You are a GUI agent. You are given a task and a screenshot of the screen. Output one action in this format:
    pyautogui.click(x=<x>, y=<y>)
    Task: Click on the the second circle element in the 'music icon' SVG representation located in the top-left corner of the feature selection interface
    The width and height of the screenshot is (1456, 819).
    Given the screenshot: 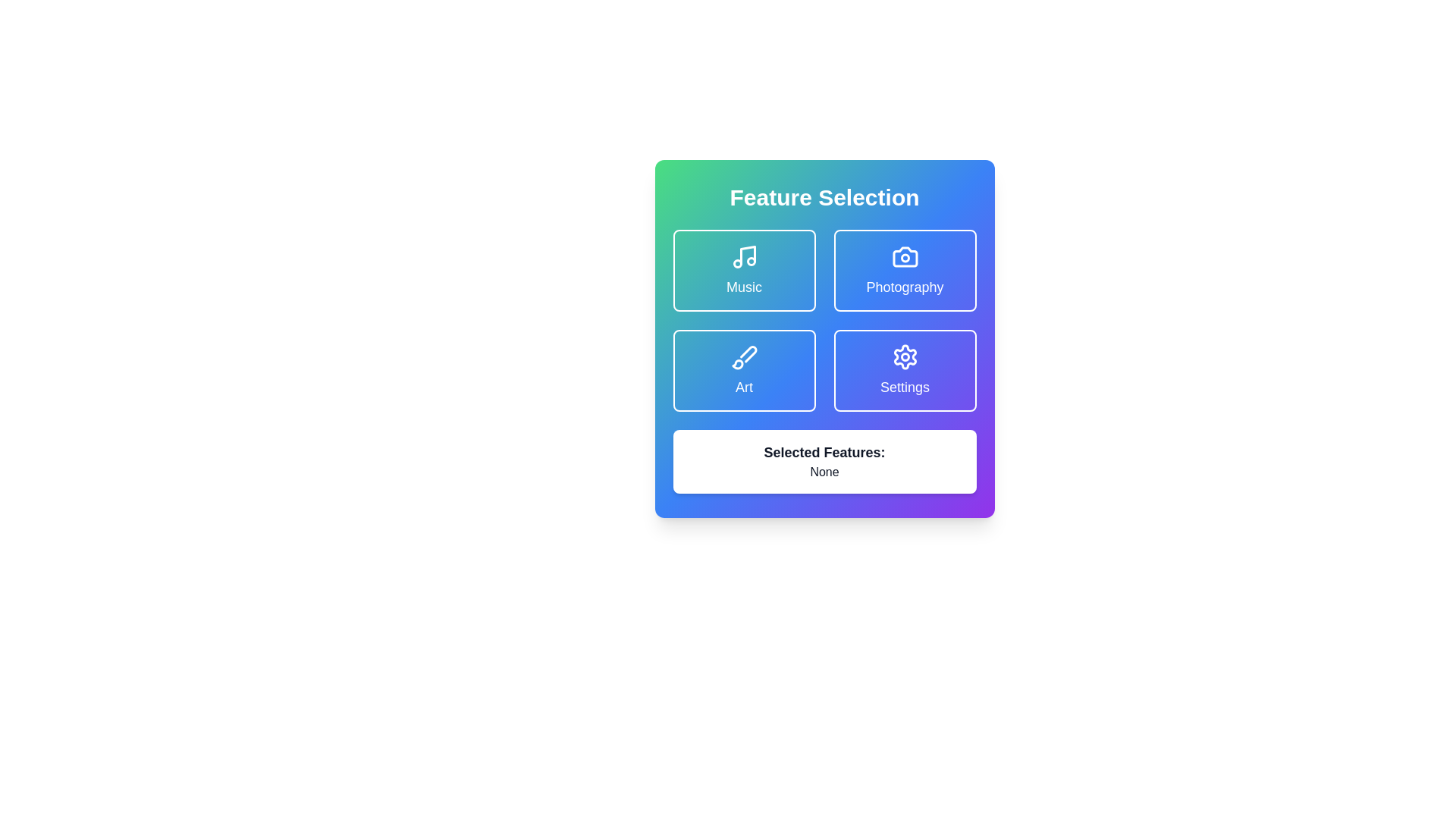 What is the action you would take?
    pyautogui.click(x=751, y=260)
    